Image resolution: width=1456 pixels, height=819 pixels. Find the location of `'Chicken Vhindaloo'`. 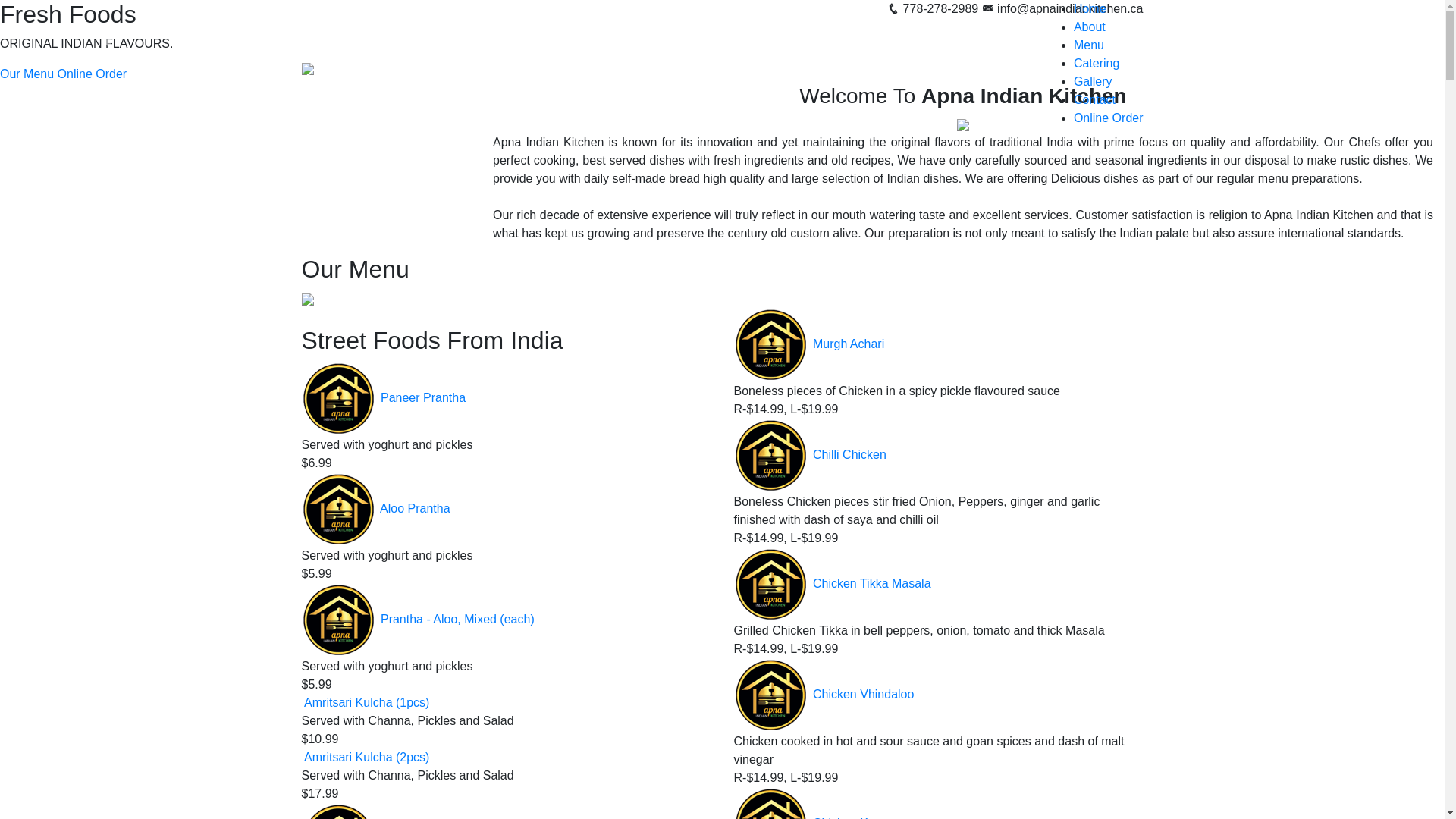

'Chicken Vhindaloo' is located at coordinates (863, 695).